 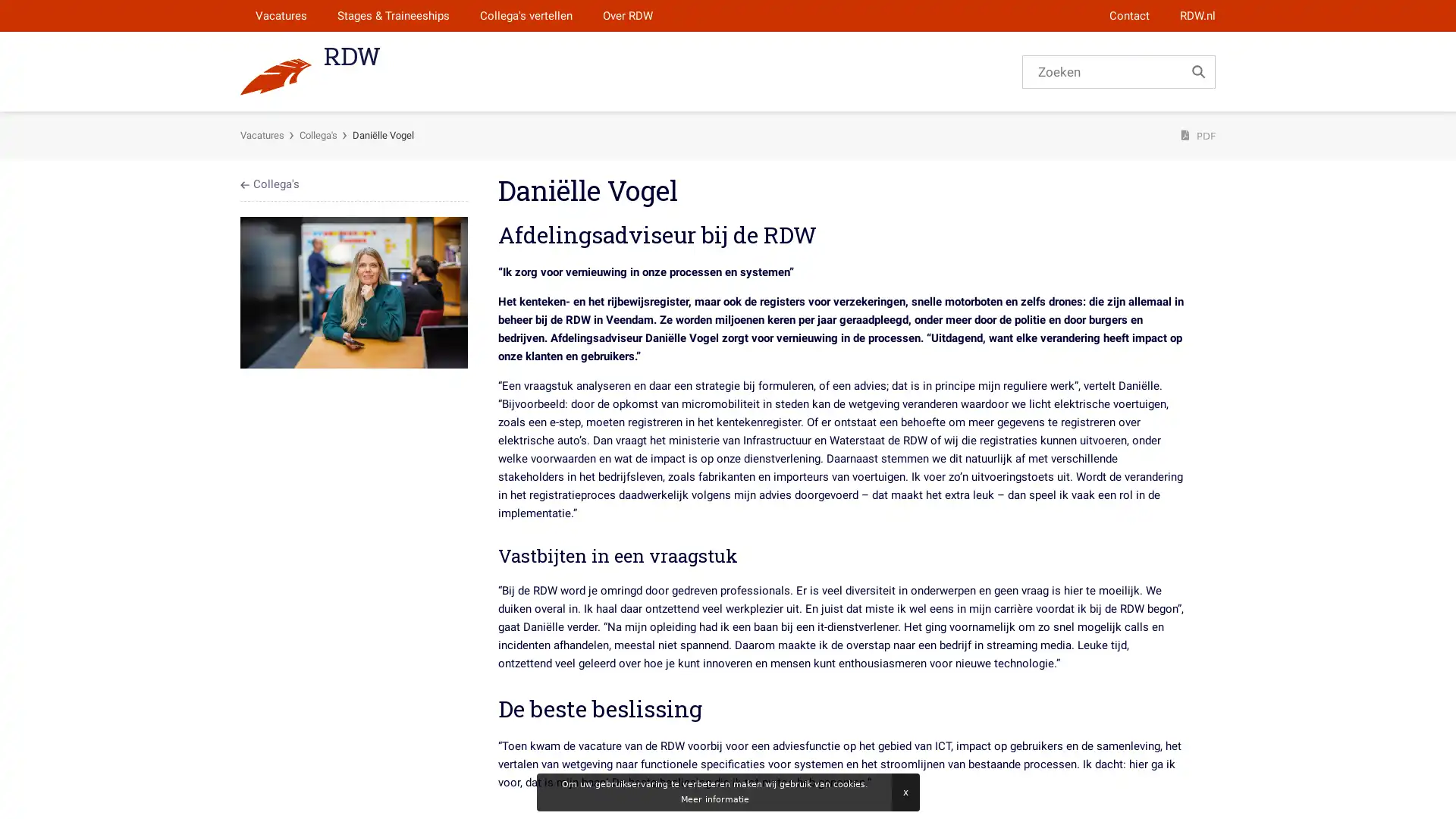 I want to click on Sluiten, so click(x=905, y=792).